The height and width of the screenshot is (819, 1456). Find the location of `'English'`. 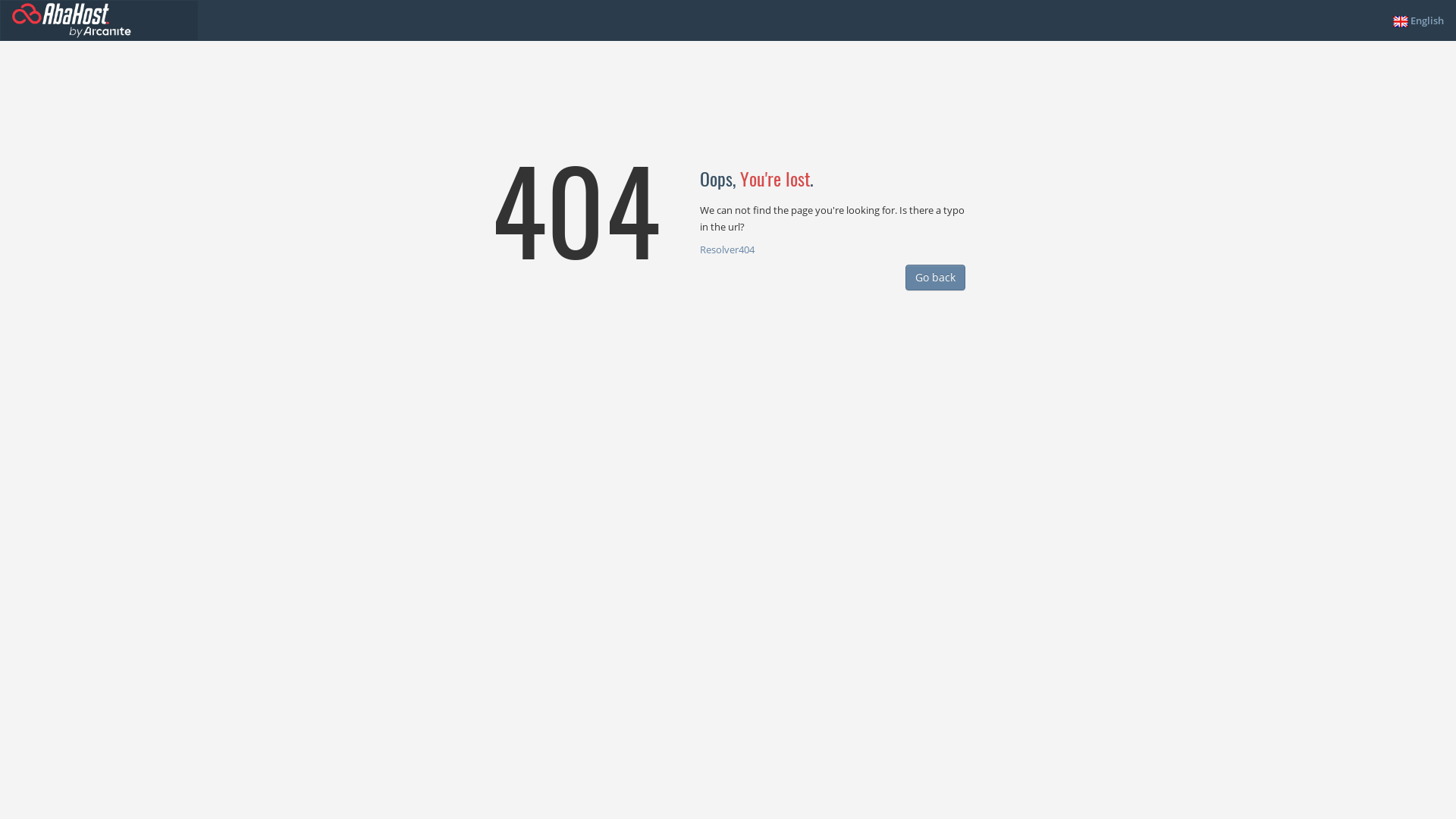

'English' is located at coordinates (1417, 20).